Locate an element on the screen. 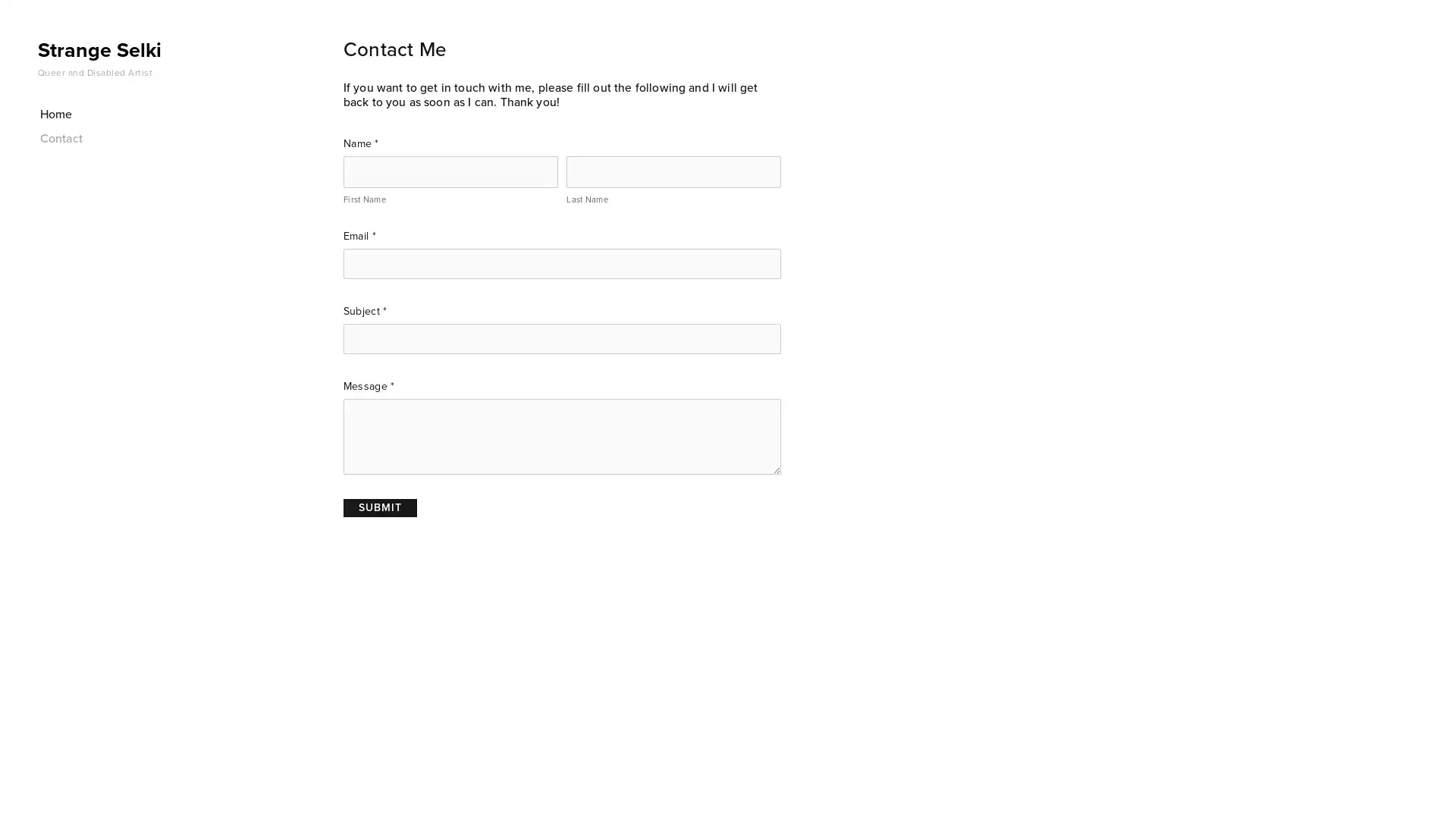  Submit is located at coordinates (379, 507).